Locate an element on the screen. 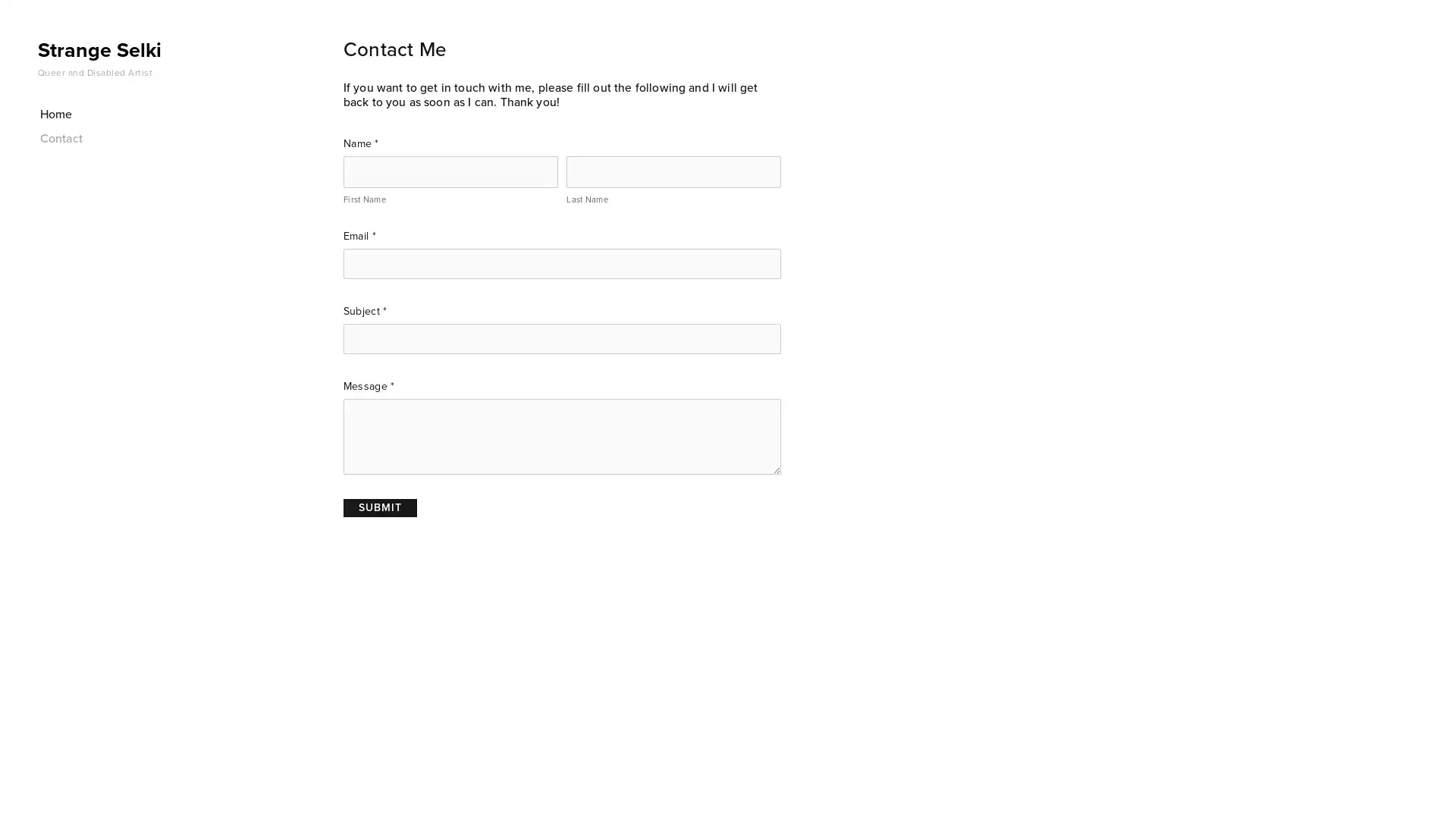  Submit is located at coordinates (379, 507).